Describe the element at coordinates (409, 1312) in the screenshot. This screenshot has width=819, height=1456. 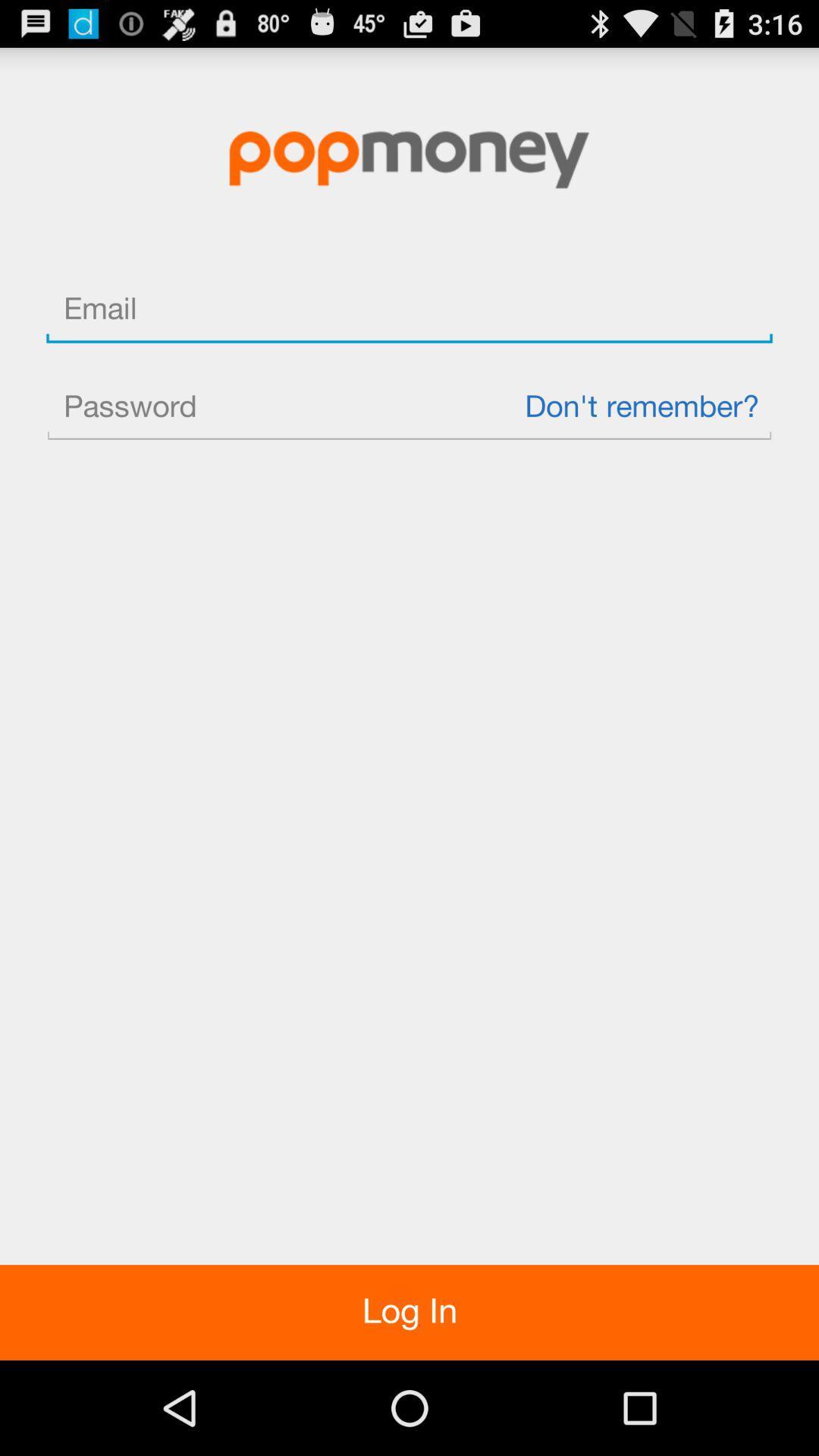
I see `item at the bottom` at that location.